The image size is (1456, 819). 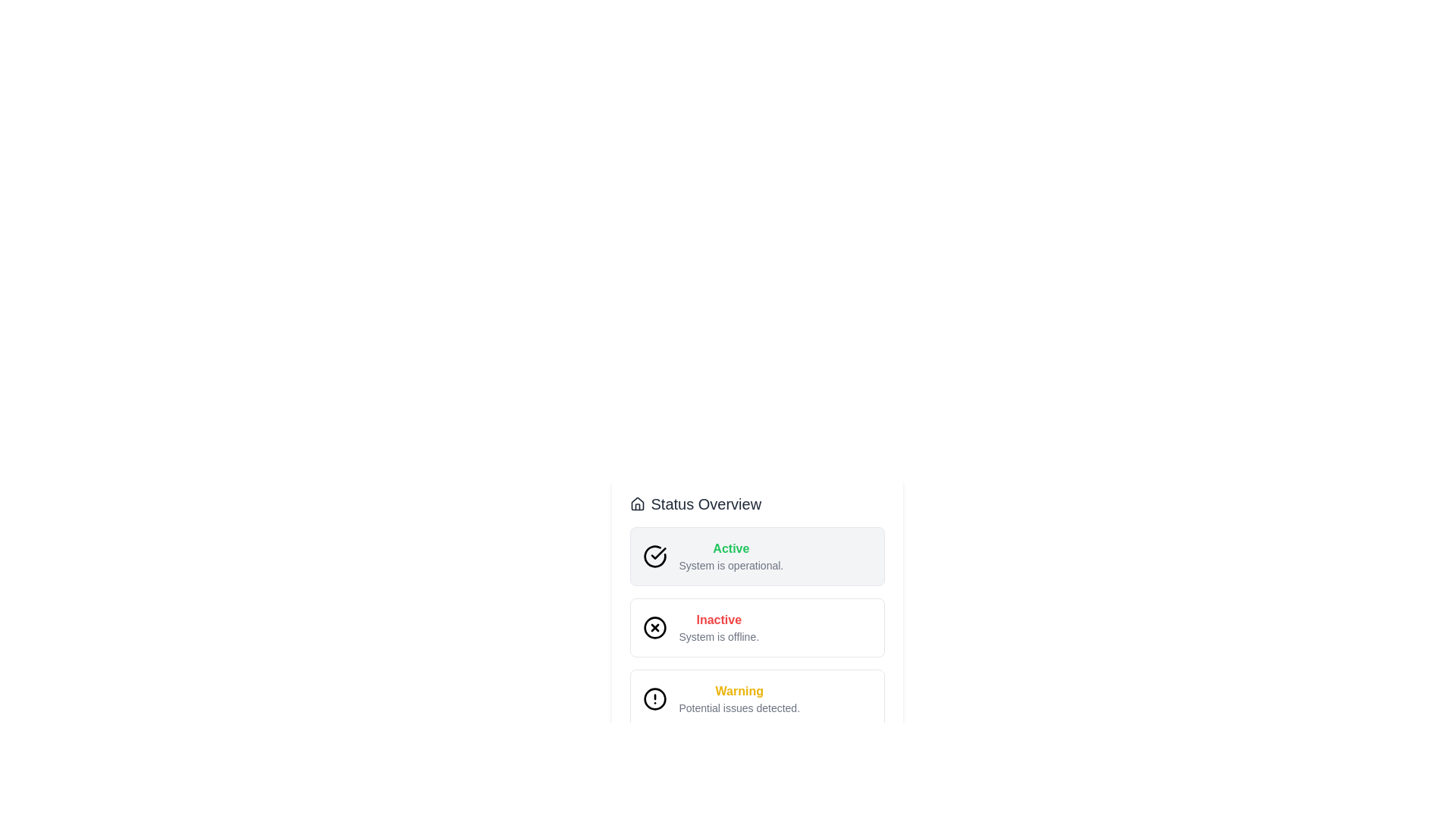 What do you see at coordinates (654, 628) in the screenshot?
I see `the visual status indicator icon that symbolizes the inactive state of the system, which is positioned to the left of the text 'Inactive System is offline.'` at bounding box center [654, 628].